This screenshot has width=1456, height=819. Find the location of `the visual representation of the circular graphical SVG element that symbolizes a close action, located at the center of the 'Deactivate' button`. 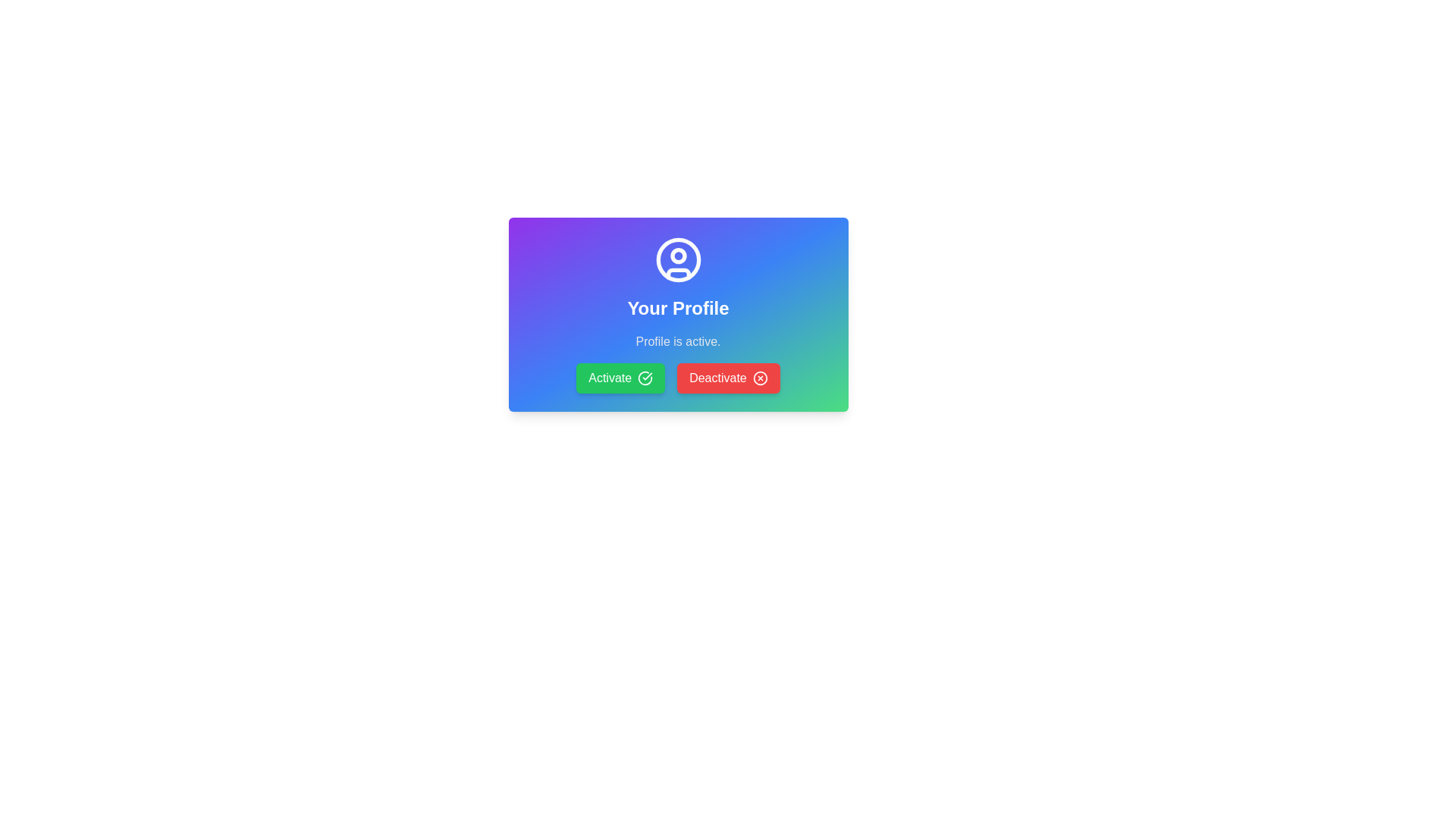

the visual representation of the circular graphical SVG element that symbolizes a close action, located at the center of the 'Deactivate' button is located at coordinates (760, 377).